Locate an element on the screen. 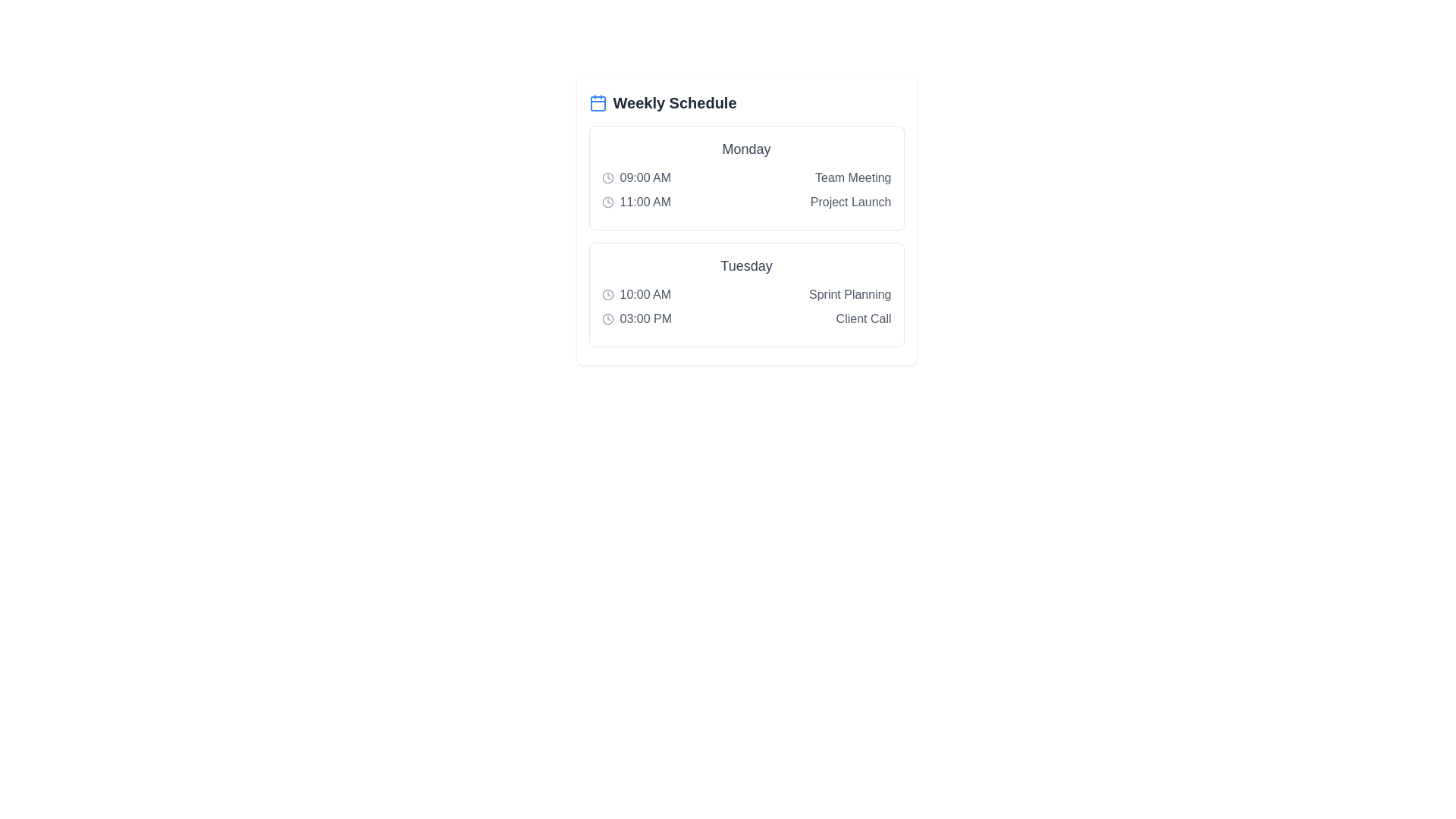  the calendar icon to interact with it is located at coordinates (597, 102).